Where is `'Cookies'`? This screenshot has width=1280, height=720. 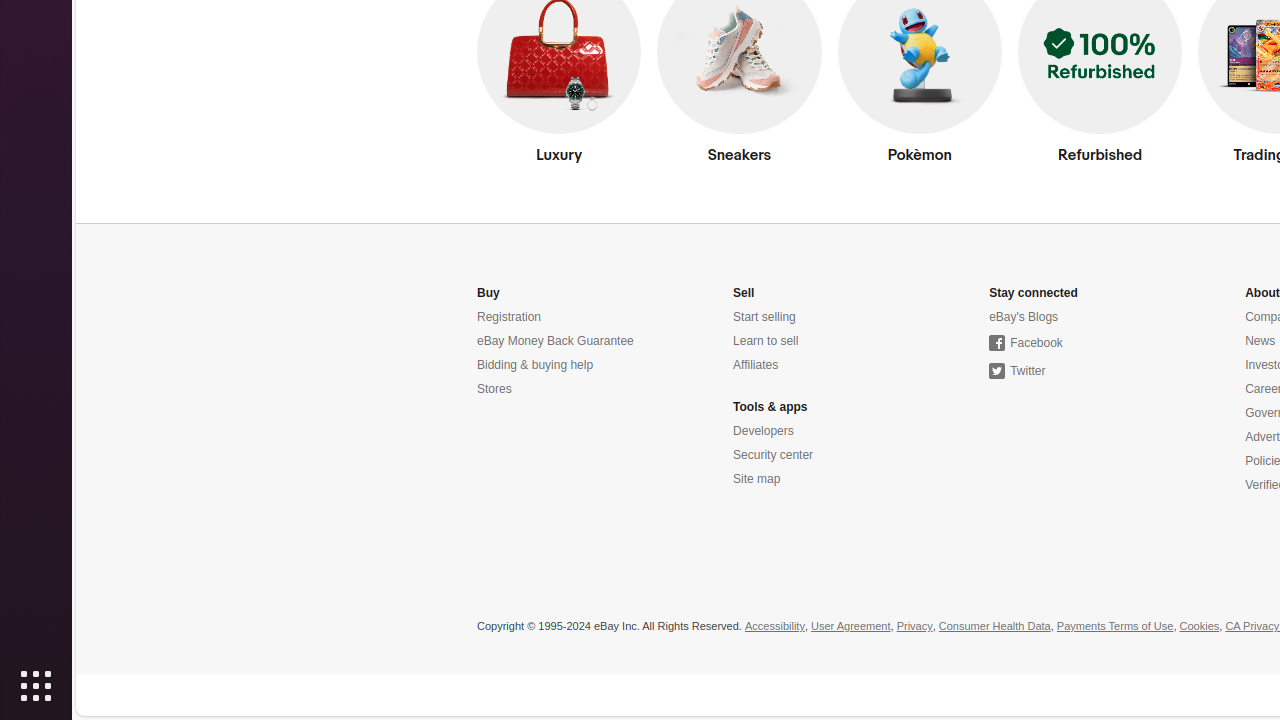
'Cookies' is located at coordinates (1199, 625).